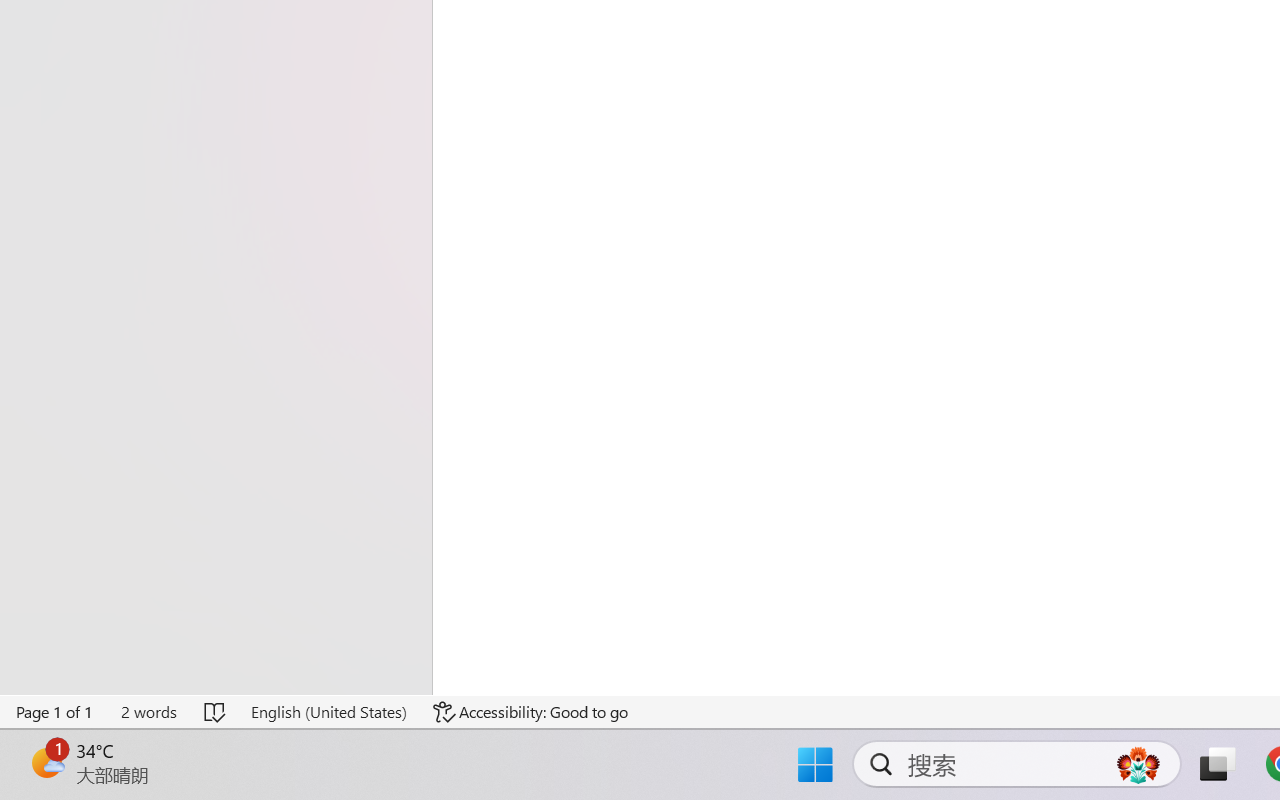 The image size is (1280, 800). What do you see at coordinates (1138, 764) in the screenshot?
I see `'AutomationID: DynamicSearchBoxGleamImage'` at bounding box center [1138, 764].